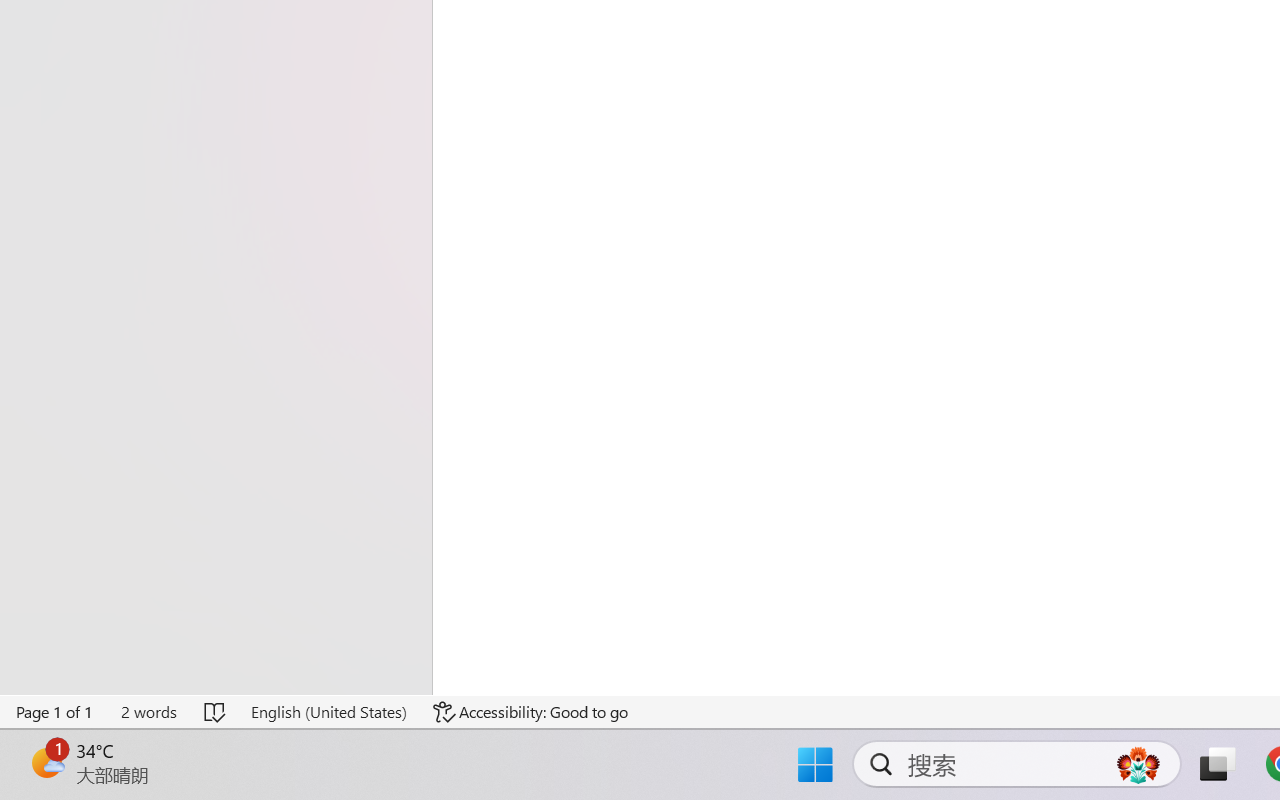 The image size is (1280, 800). What do you see at coordinates (1138, 764) in the screenshot?
I see `'AutomationID: DynamicSearchBoxGleamImage'` at bounding box center [1138, 764].